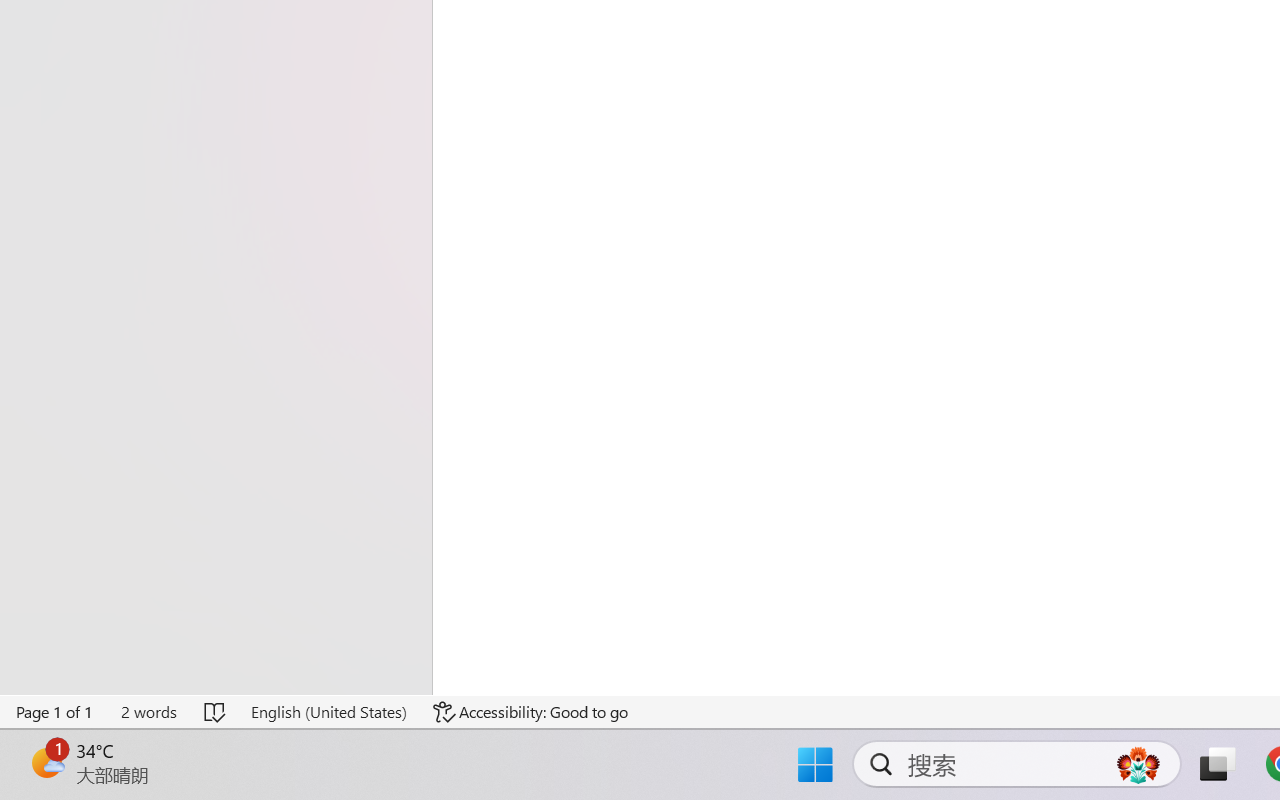 The image size is (1280, 800). What do you see at coordinates (1138, 764) in the screenshot?
I see `'AutomationID: DynamicSearchBoxGleamImage'` at bounding box center [1138, 764].